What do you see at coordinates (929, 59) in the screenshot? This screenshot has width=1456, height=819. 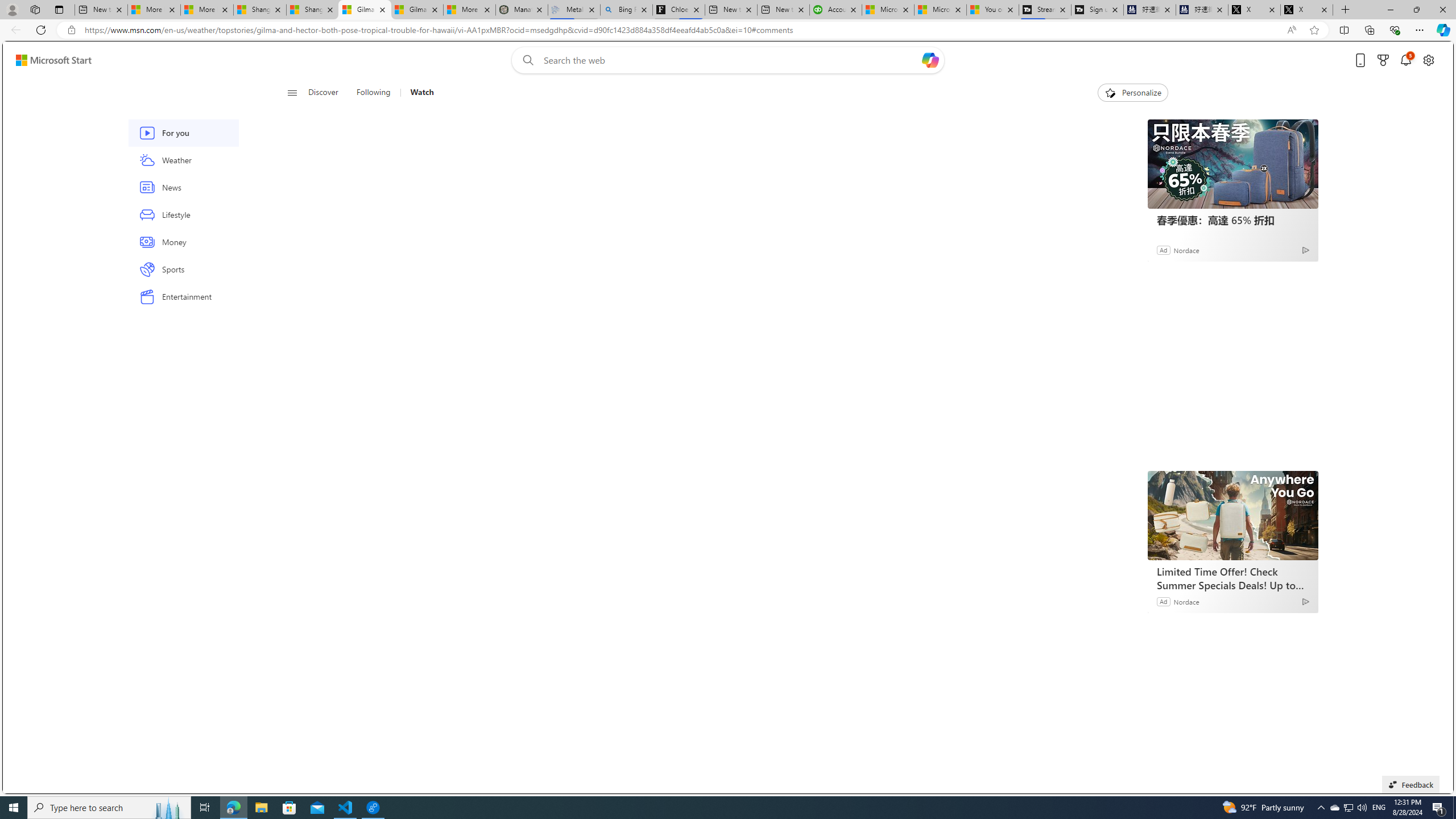 I see `'Open Copilot'` at bounding box center [929, 59].